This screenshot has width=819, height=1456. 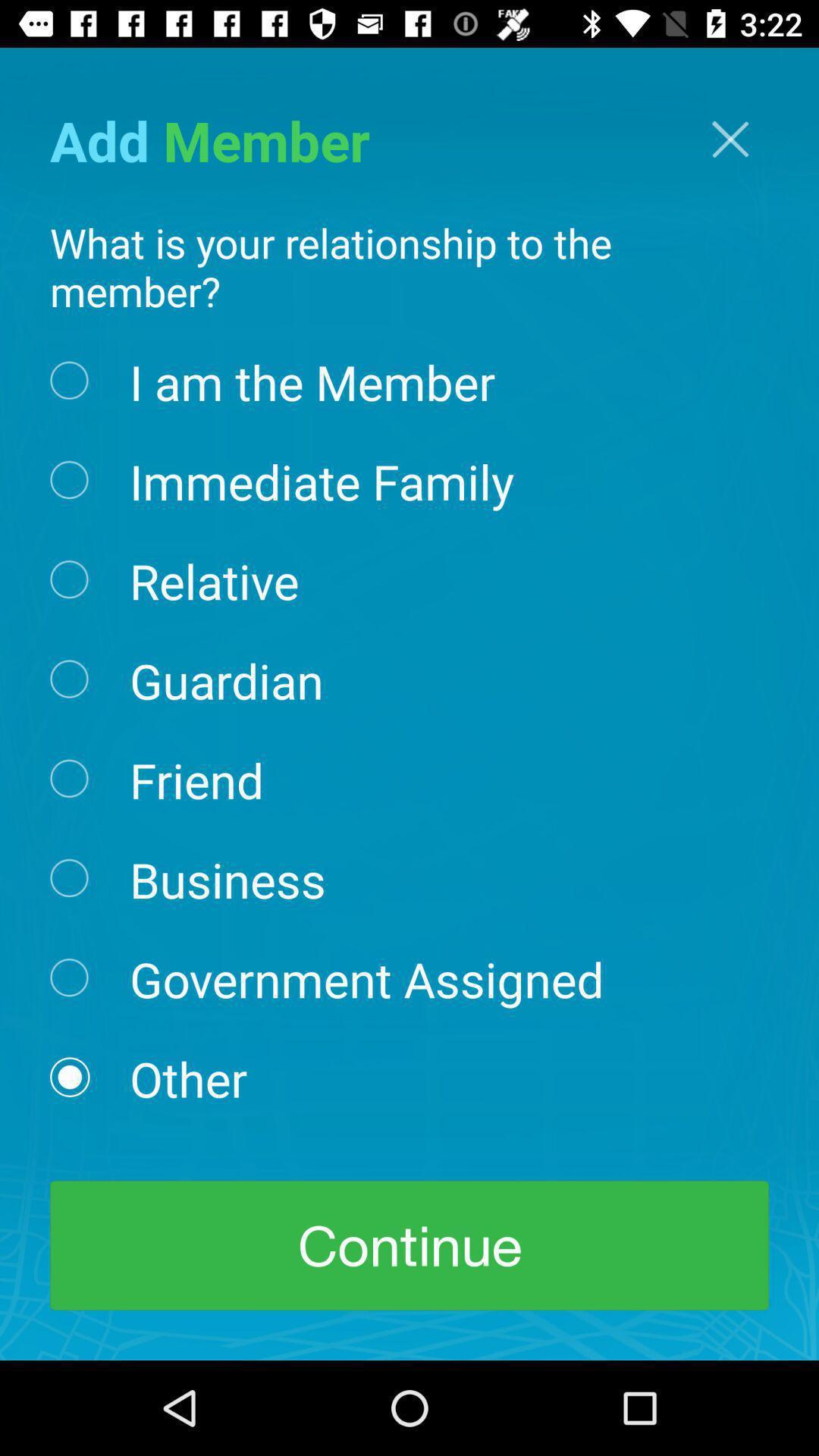 I want to click on the icon above what is your, so click(x=730, y=139).